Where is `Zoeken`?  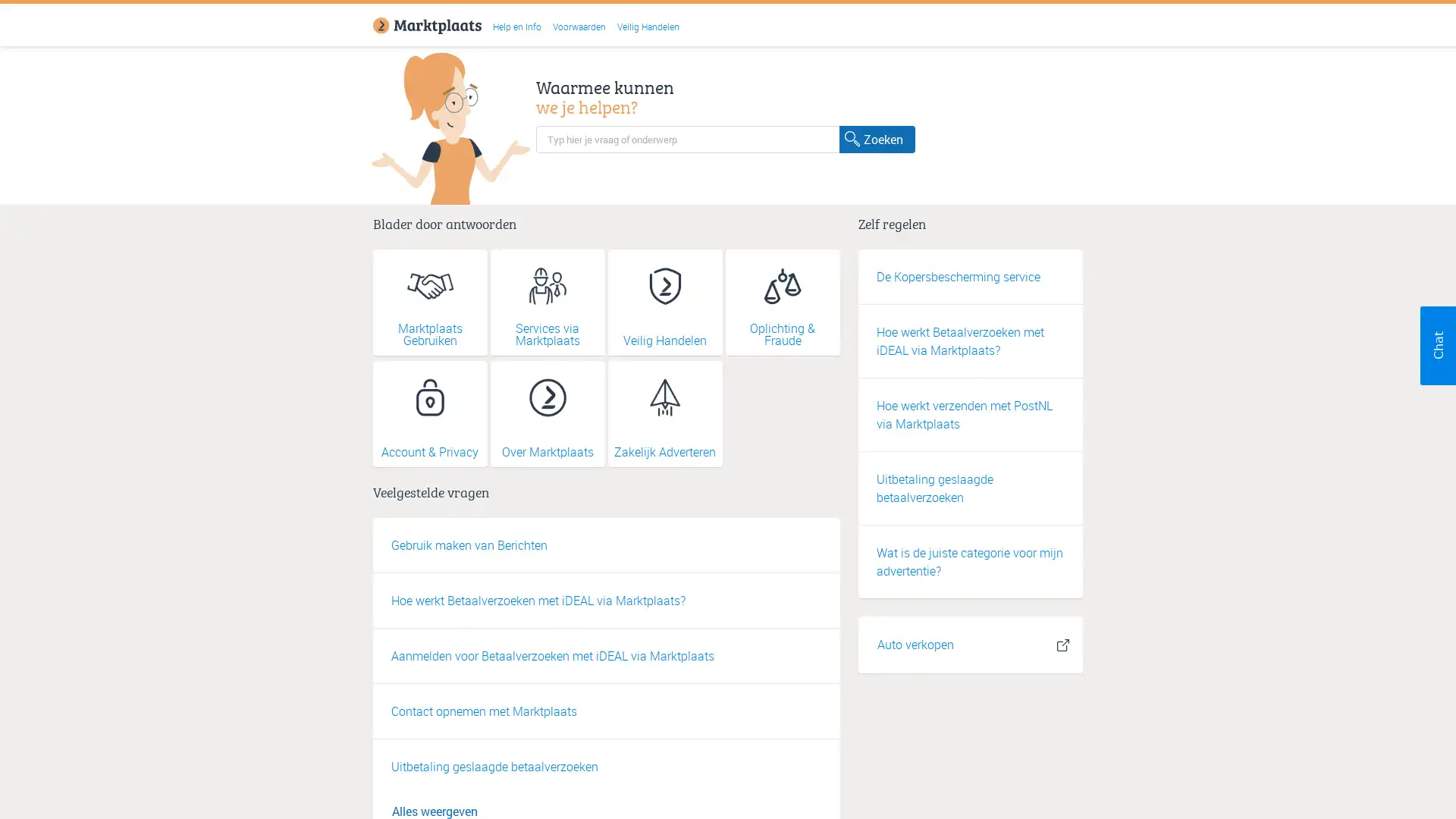 Zoeken is located at coordinates (877, 138).